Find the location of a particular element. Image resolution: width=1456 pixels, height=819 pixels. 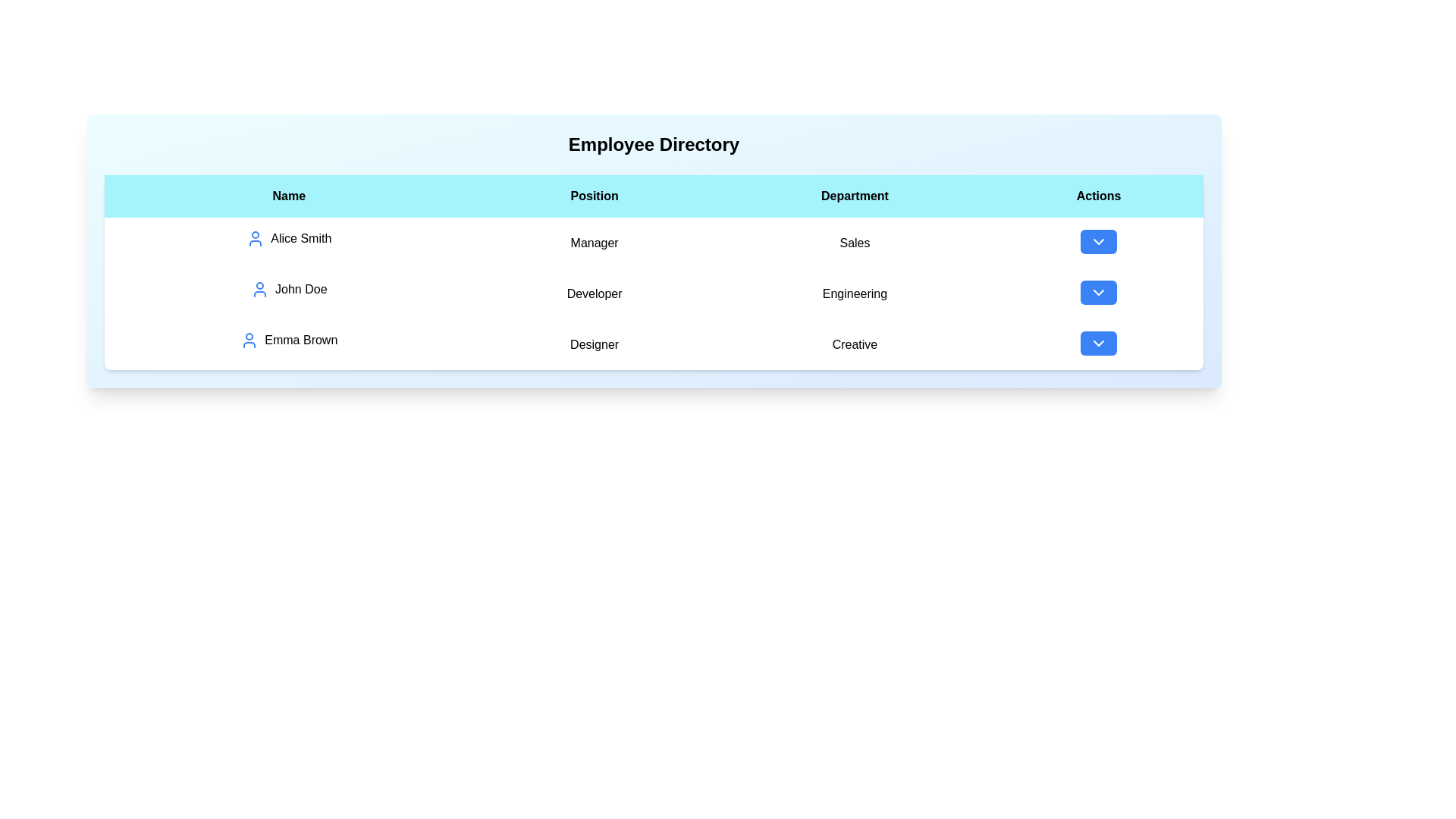

the blue rectangular Dropdown toggle button with a white downward-pointing arrow in the 'Actions' column of the second row is located at coordinates (1099, 292).